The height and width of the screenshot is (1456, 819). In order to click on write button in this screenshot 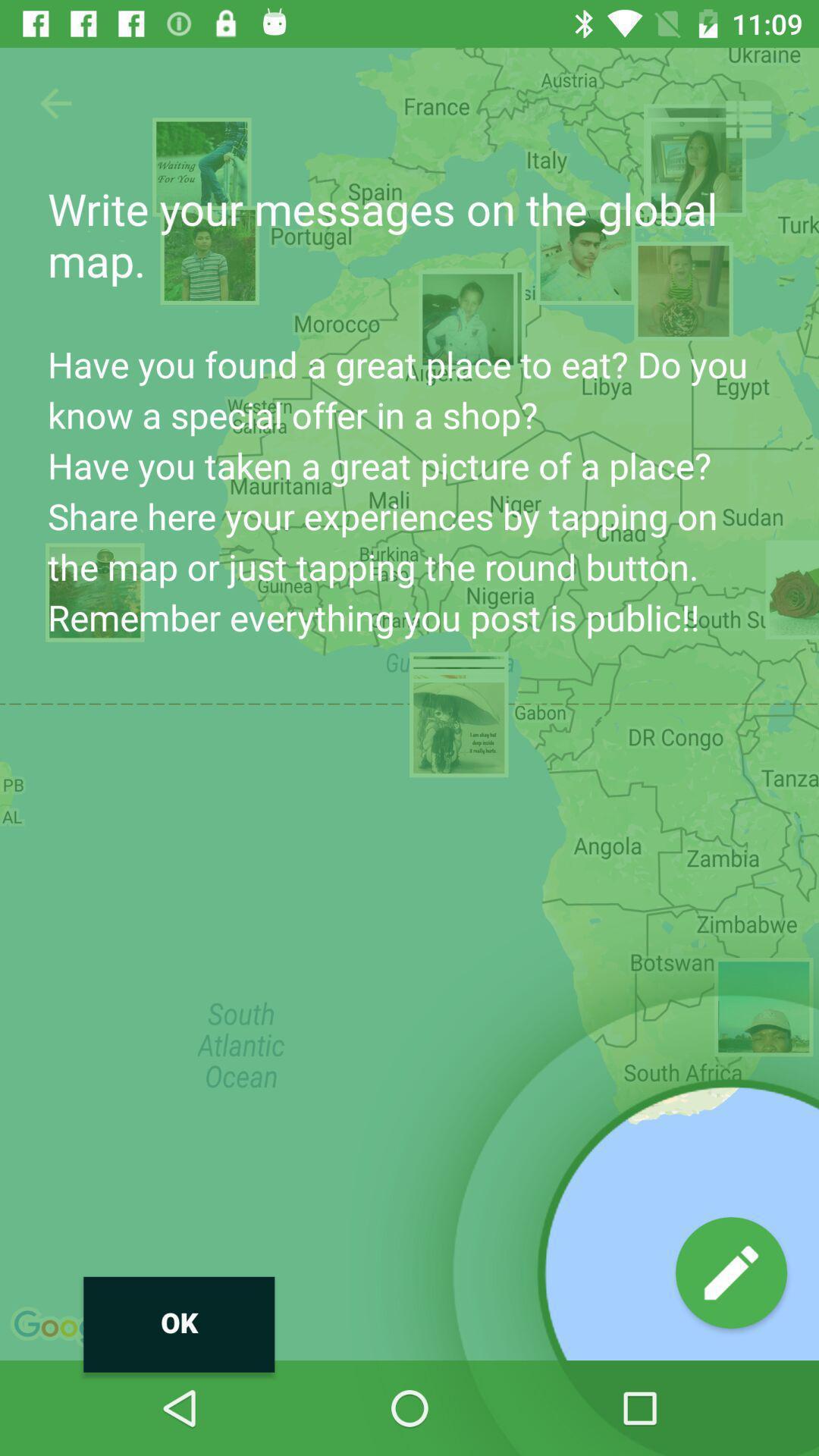, I will do `click(730, 1272)`.